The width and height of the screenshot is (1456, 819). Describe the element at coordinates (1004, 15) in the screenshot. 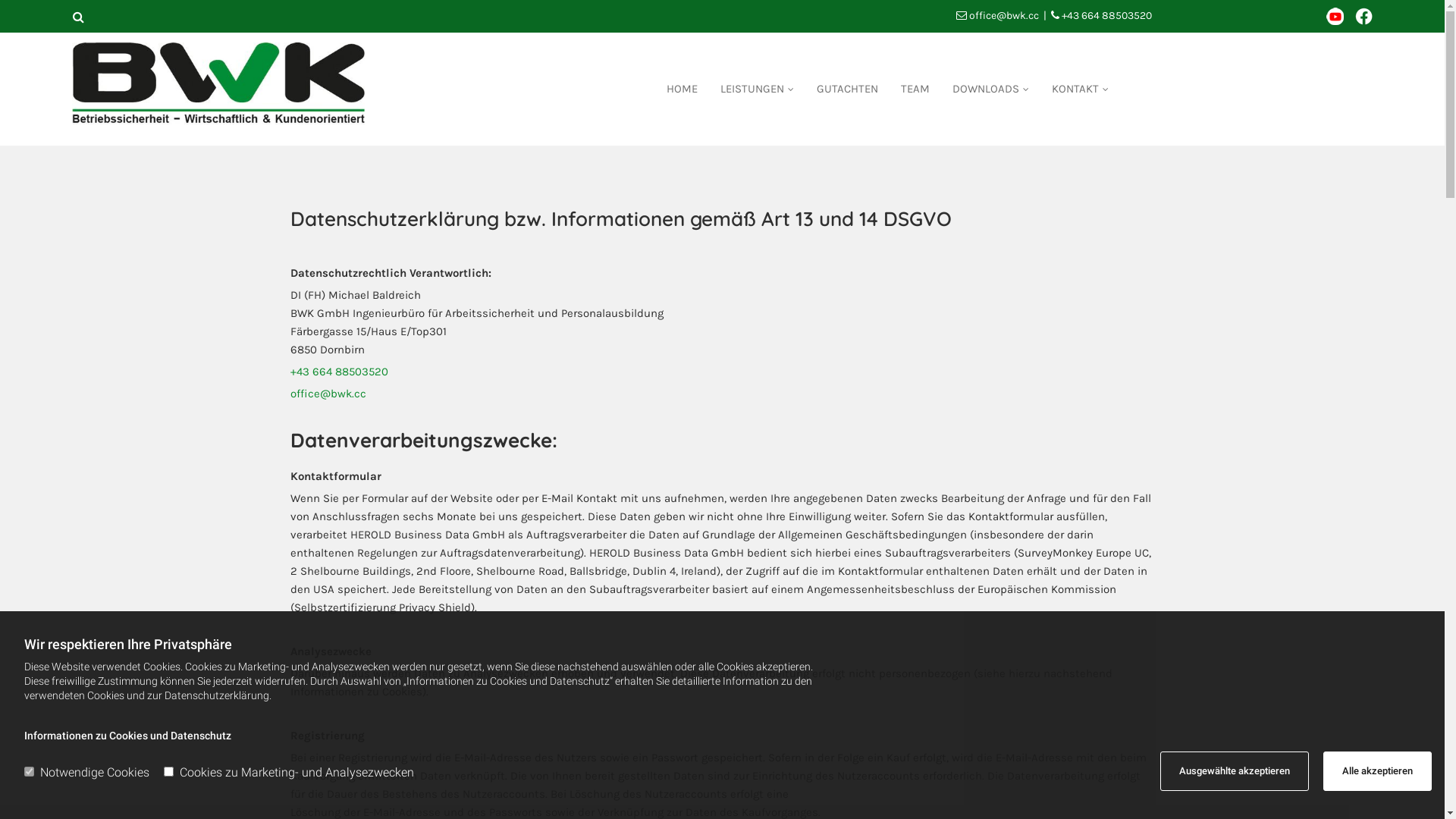

I see `'office@bwk.cc'` at that location.